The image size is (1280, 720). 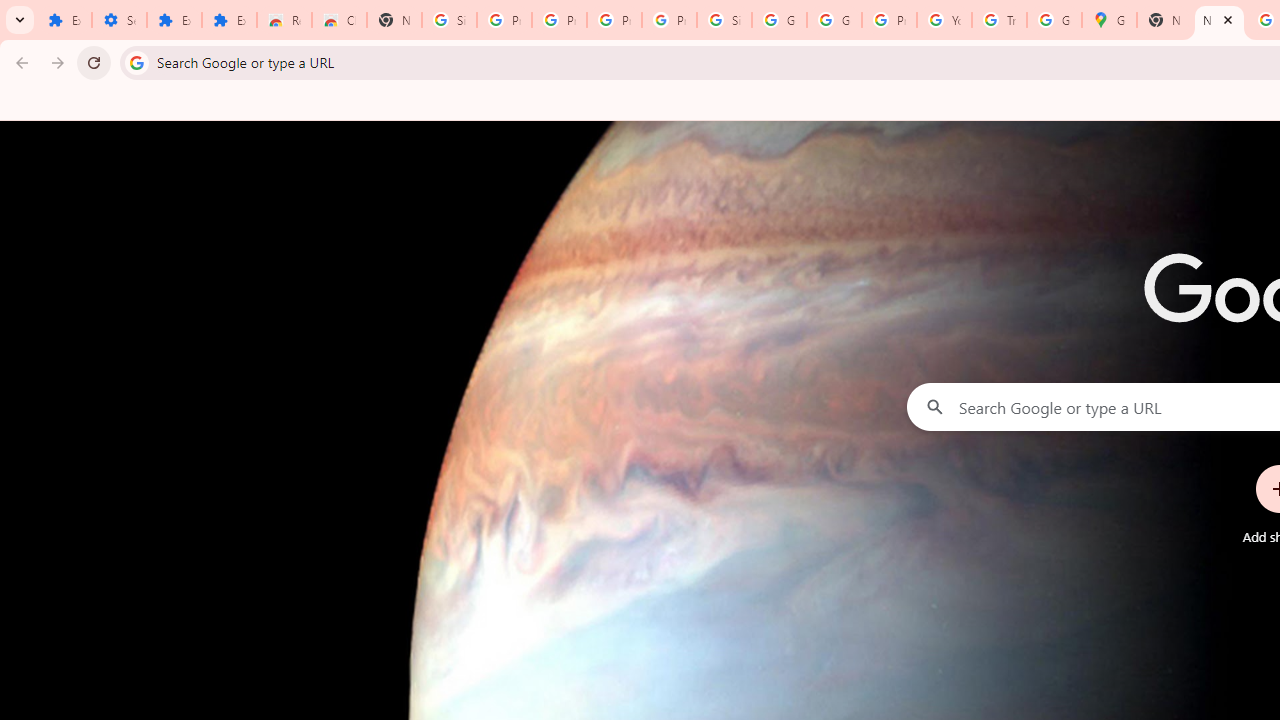 I want to click on 'Google Maps', so click(x=1108, y=20).